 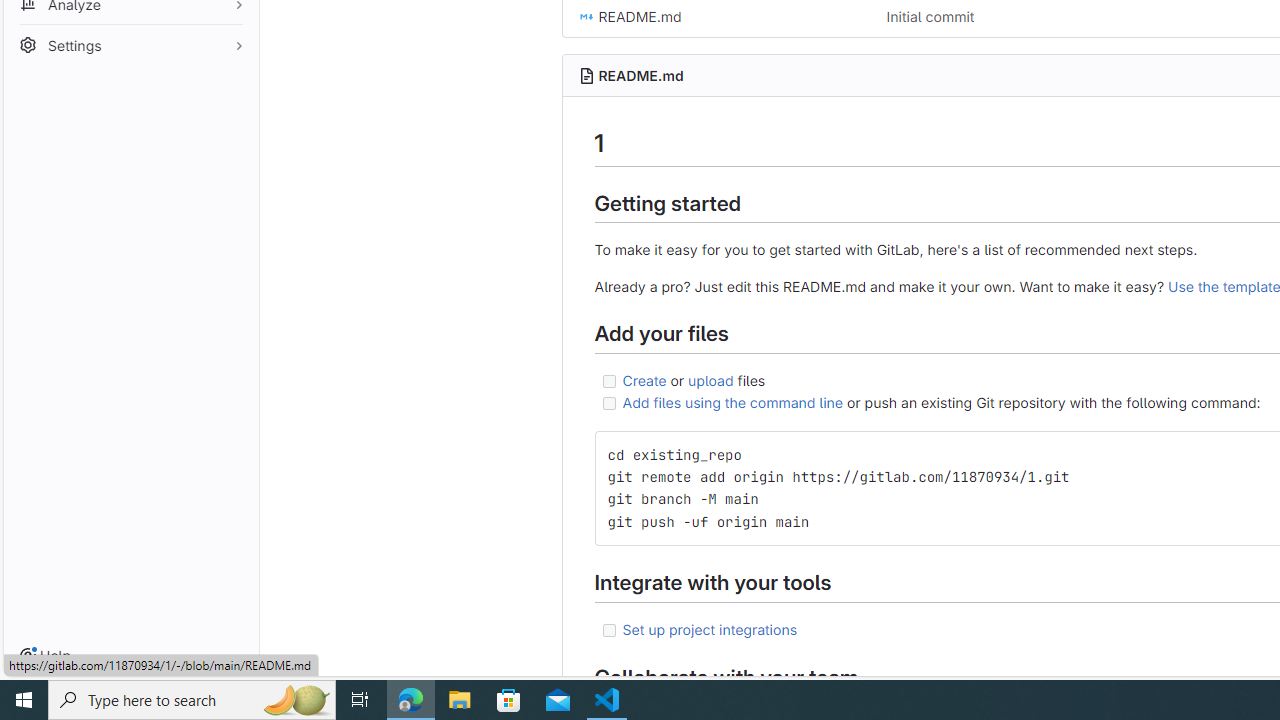 I want to click on 'Create', so click(x=644, y=379).